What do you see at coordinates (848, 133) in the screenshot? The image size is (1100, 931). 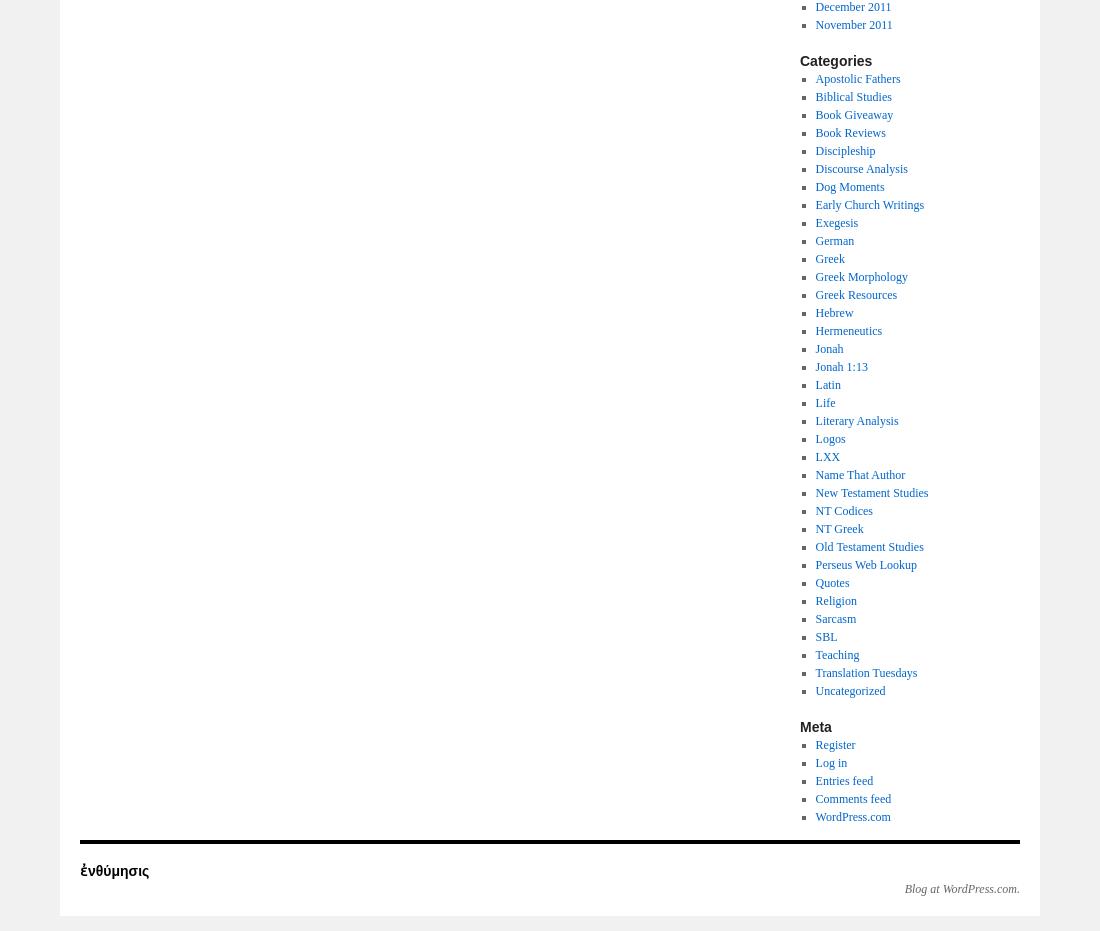 I see `'Book Reviews'` at bounding box center [848, 133].